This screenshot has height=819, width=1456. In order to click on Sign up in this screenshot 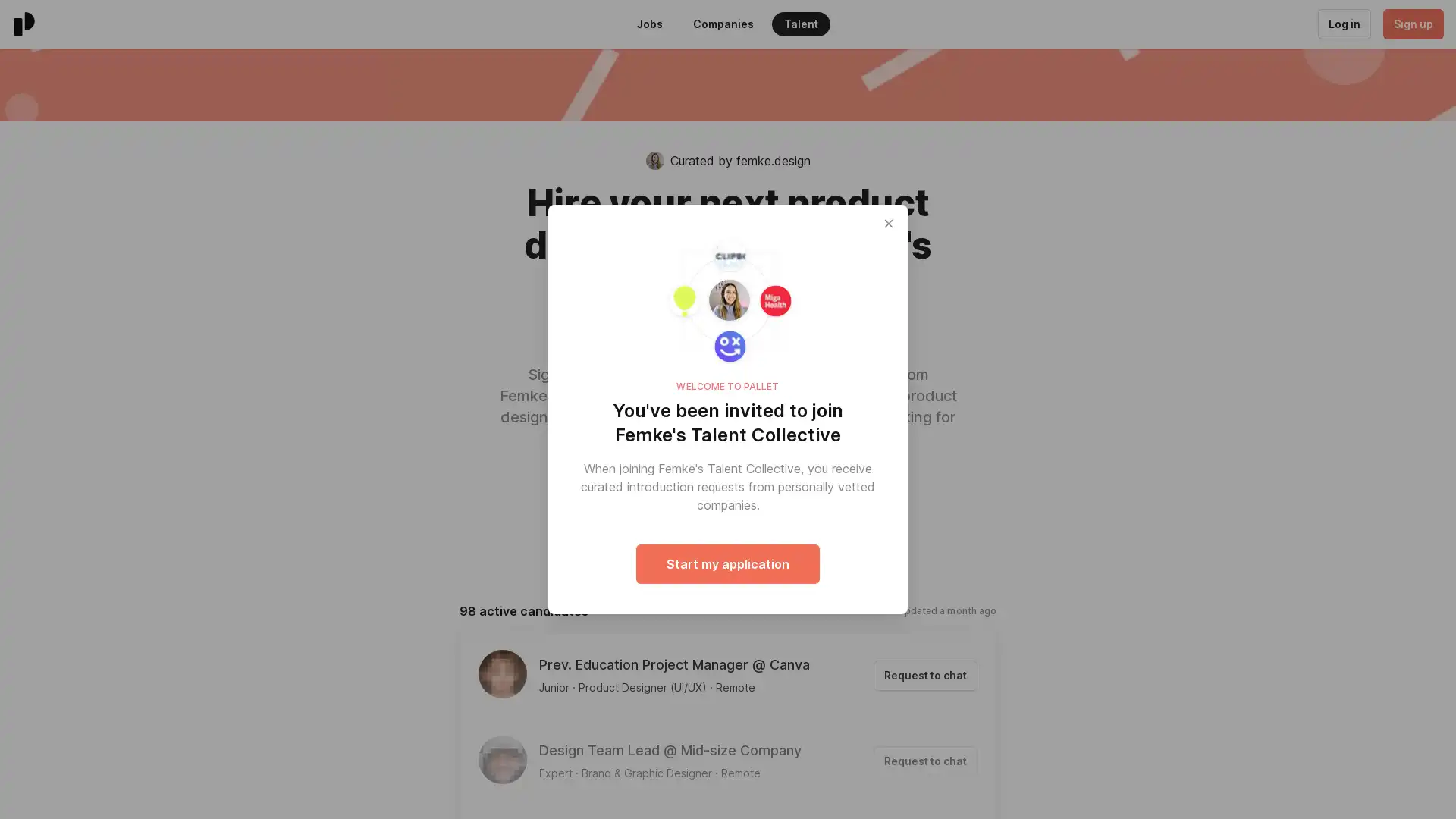, I will do `click(1411, 24)`.